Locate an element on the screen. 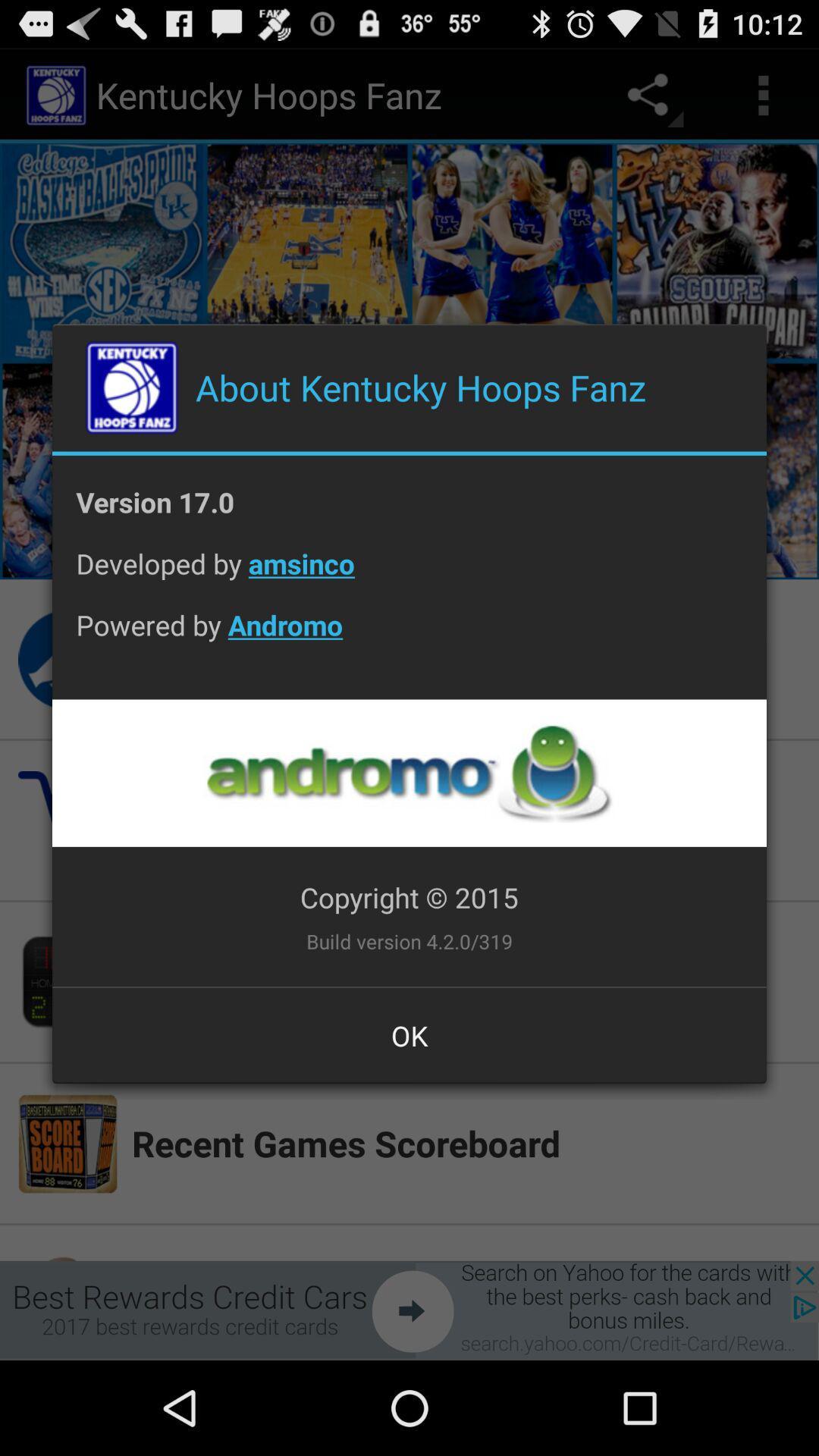 The image size is (819, 1456). ok at the bottom is located at coordinates (409, 1034).